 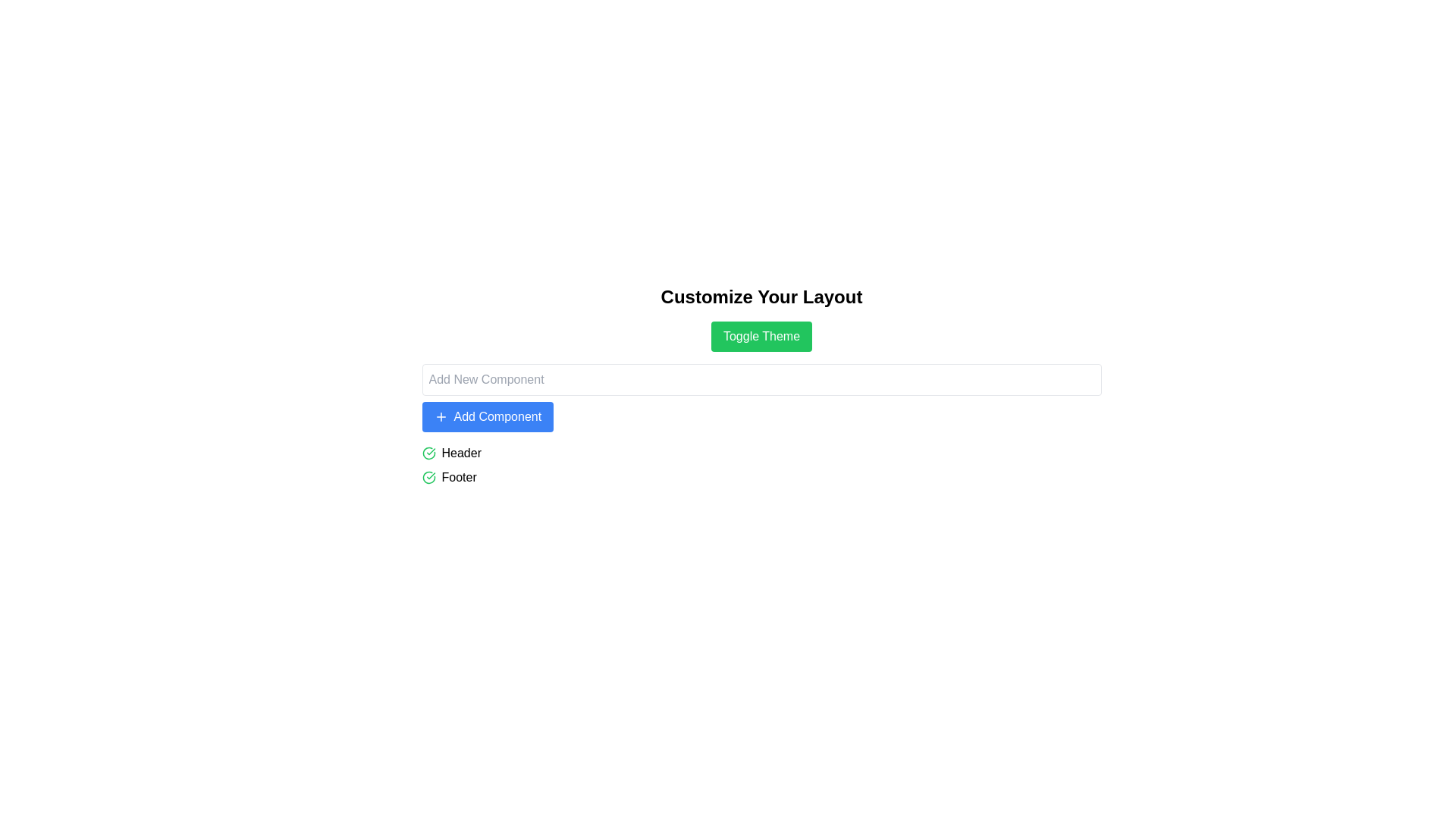 What do you see at coordinates (761, 335) in the screenshot?
I see `the theme toggle button located centrally below the 'Customize Your Layout' text to observe the styling change` at bounding box center [761, 335].